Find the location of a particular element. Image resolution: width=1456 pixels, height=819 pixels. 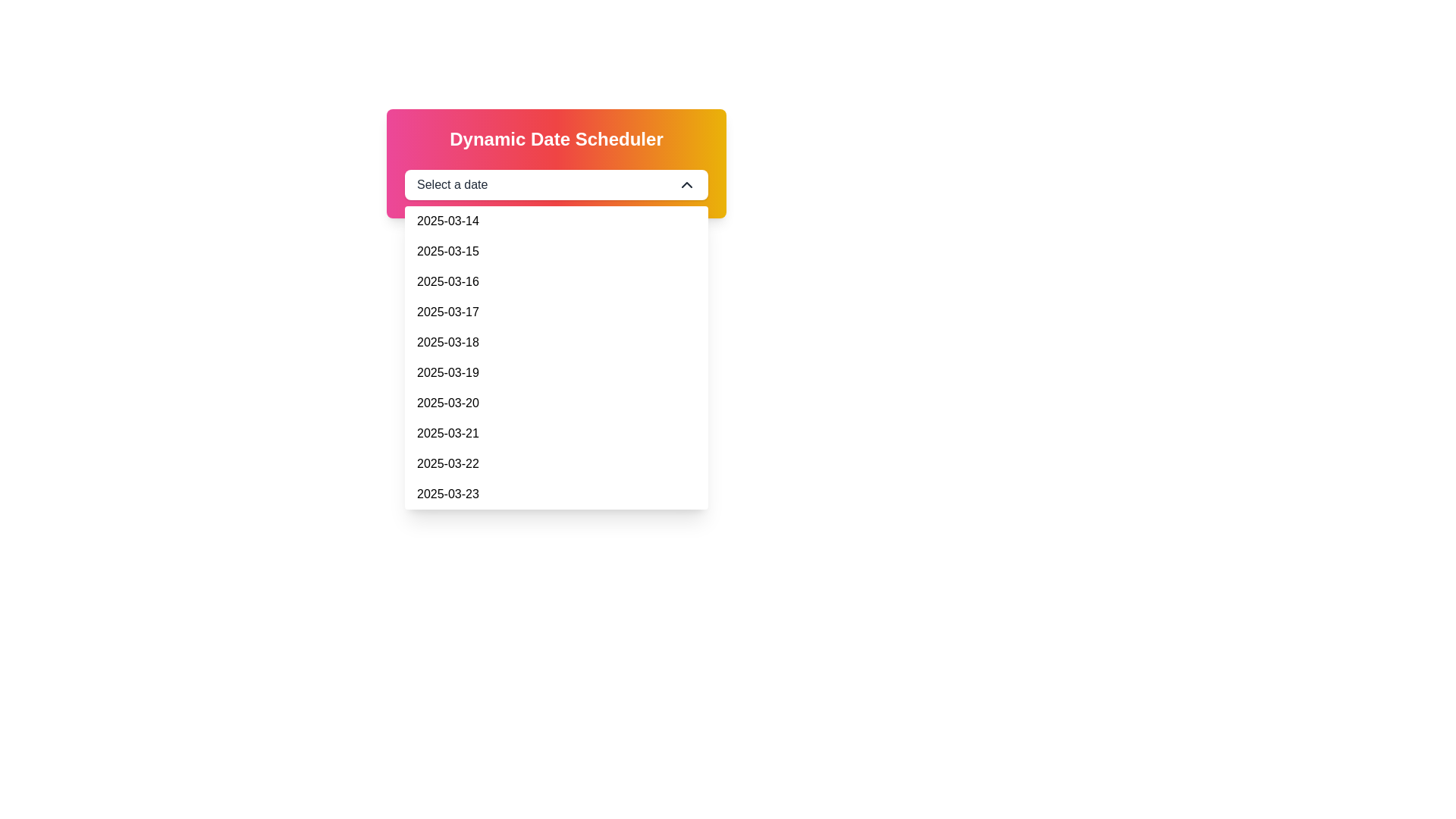

to select the date option '2025-03-18' from the fifth position in the dropdown list is located at coordinates (447, 342).